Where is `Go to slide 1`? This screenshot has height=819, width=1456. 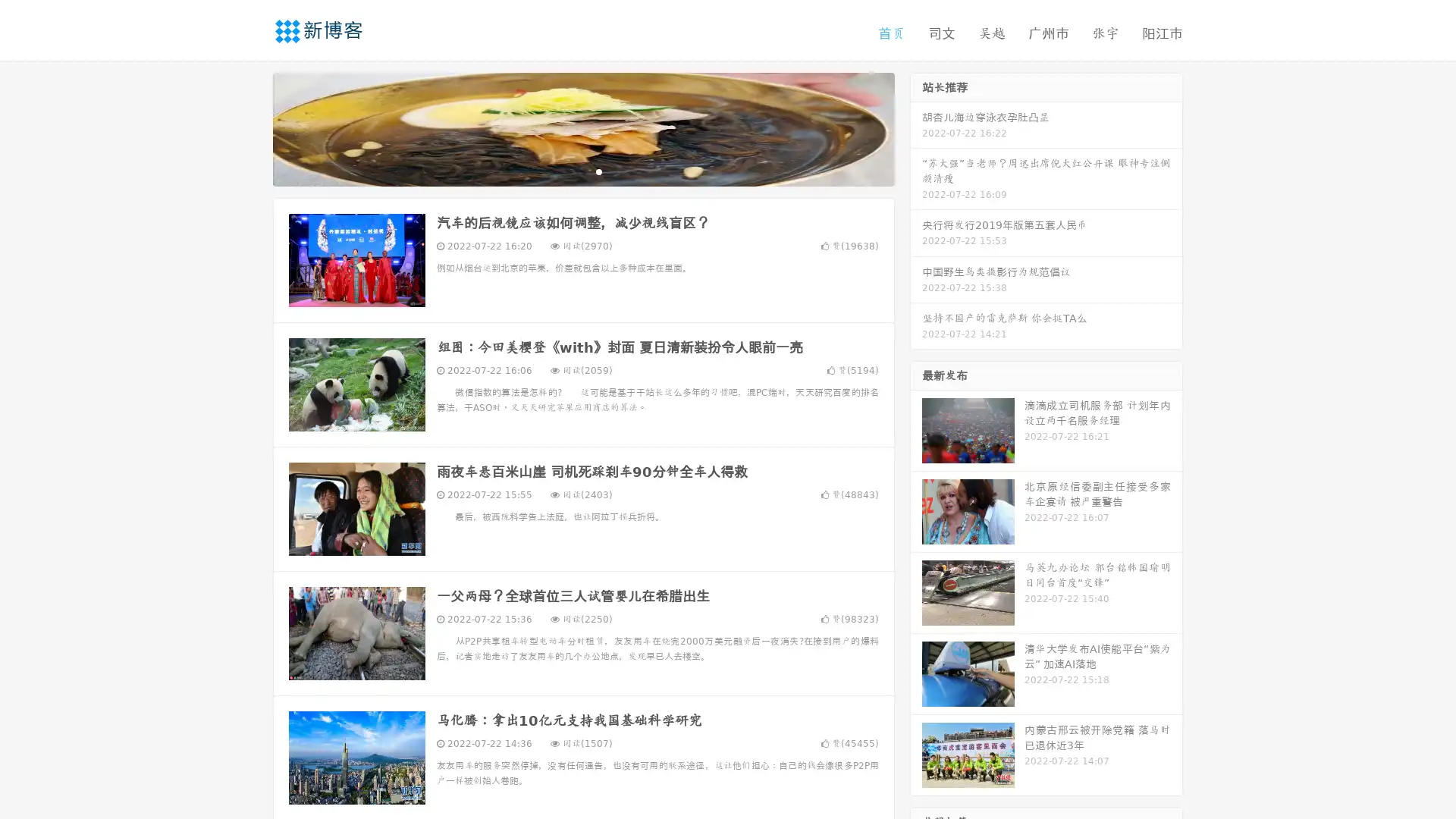
Go to slide 1 is located at coordinates (567, 171).